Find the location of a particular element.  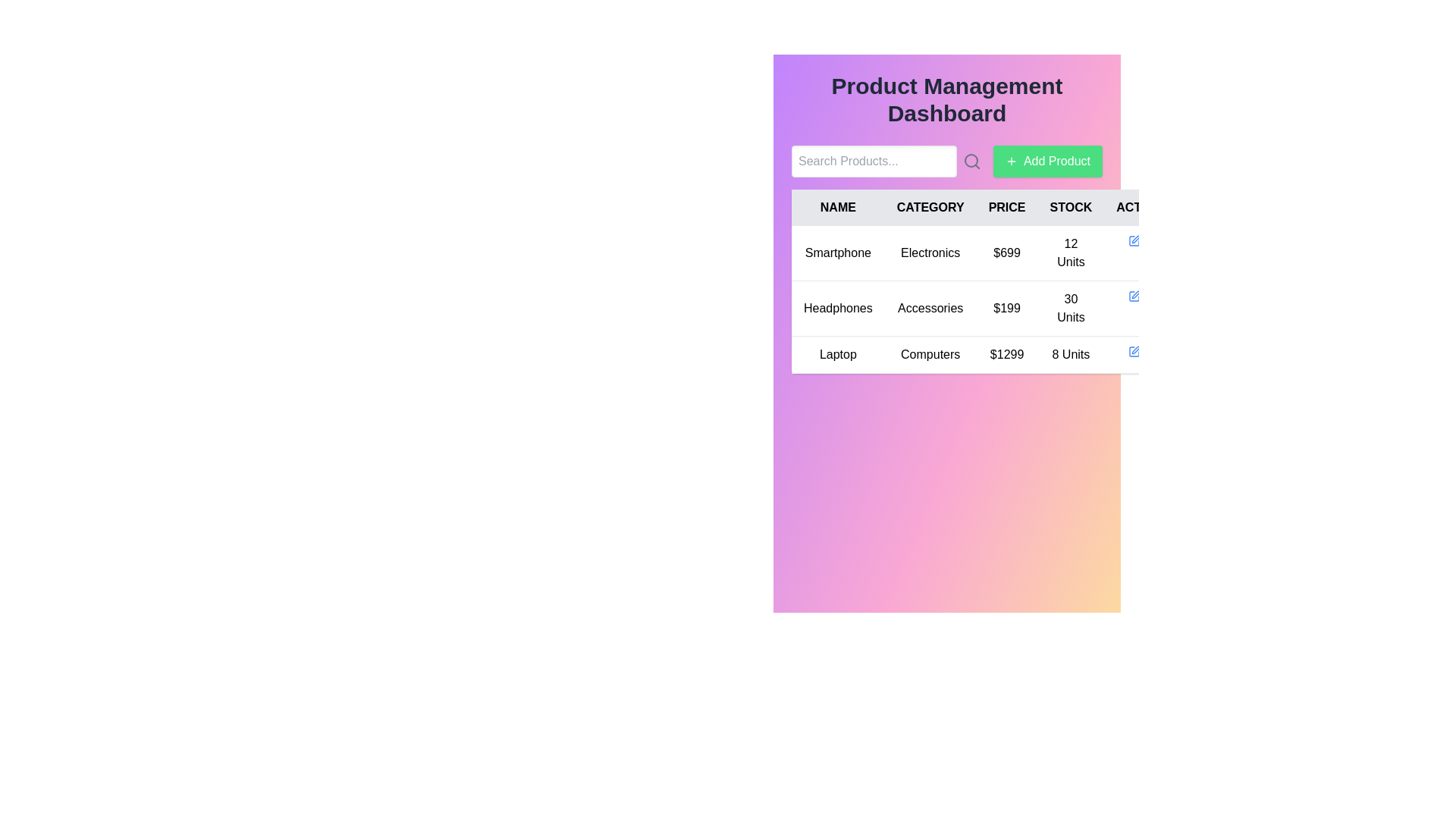

the magnifying glass icon, which is a gray minimalist design located immediately to the right of the 'Search Products...' input field is located at coordinates (971, 161).